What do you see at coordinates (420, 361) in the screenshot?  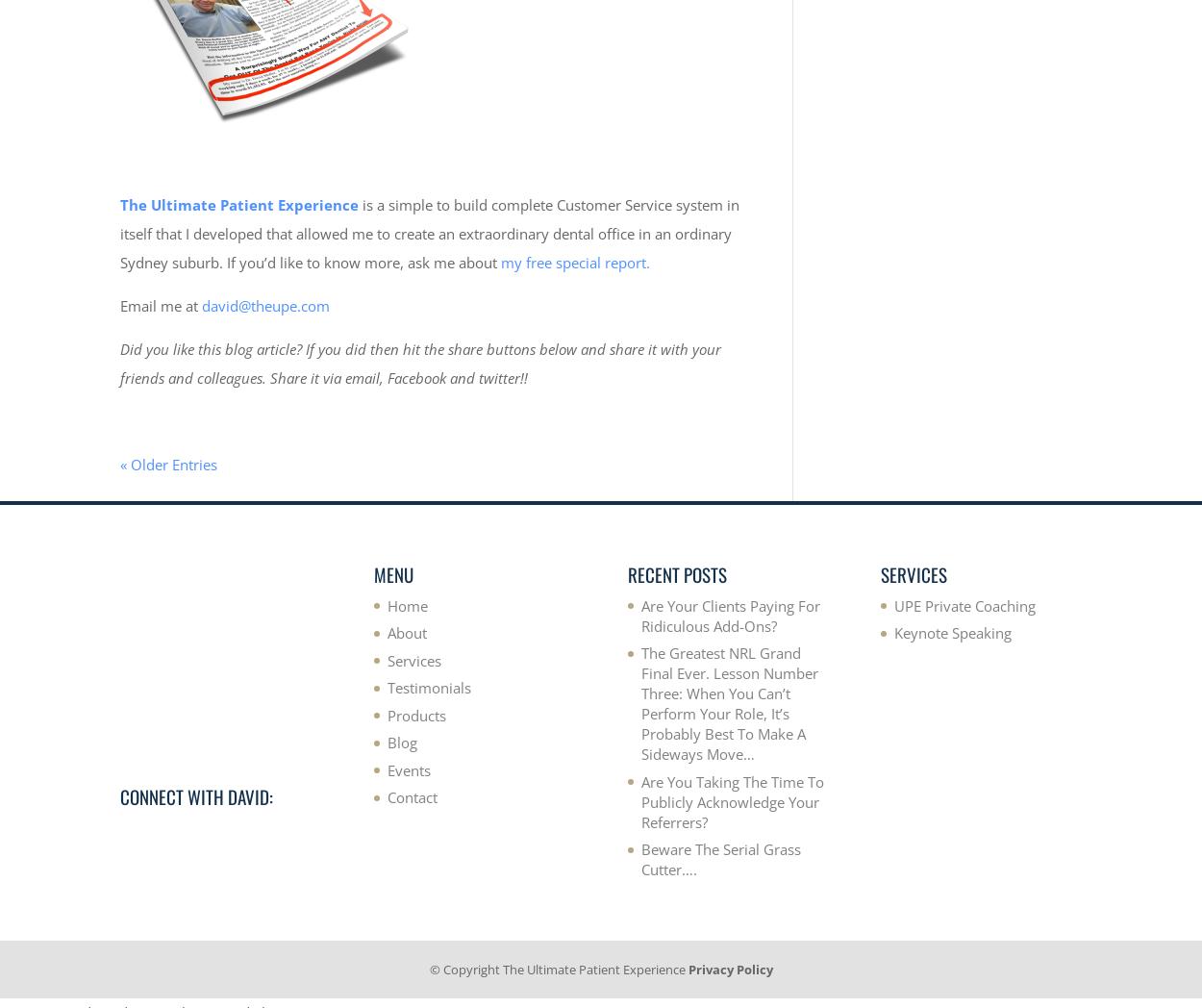 I see `'Did you like this blog article? If you did then hit the share buttons below and share it with your friends and colleagues. Share it via email, Facebook and twitter!!'` at bounding box center [420, 361].